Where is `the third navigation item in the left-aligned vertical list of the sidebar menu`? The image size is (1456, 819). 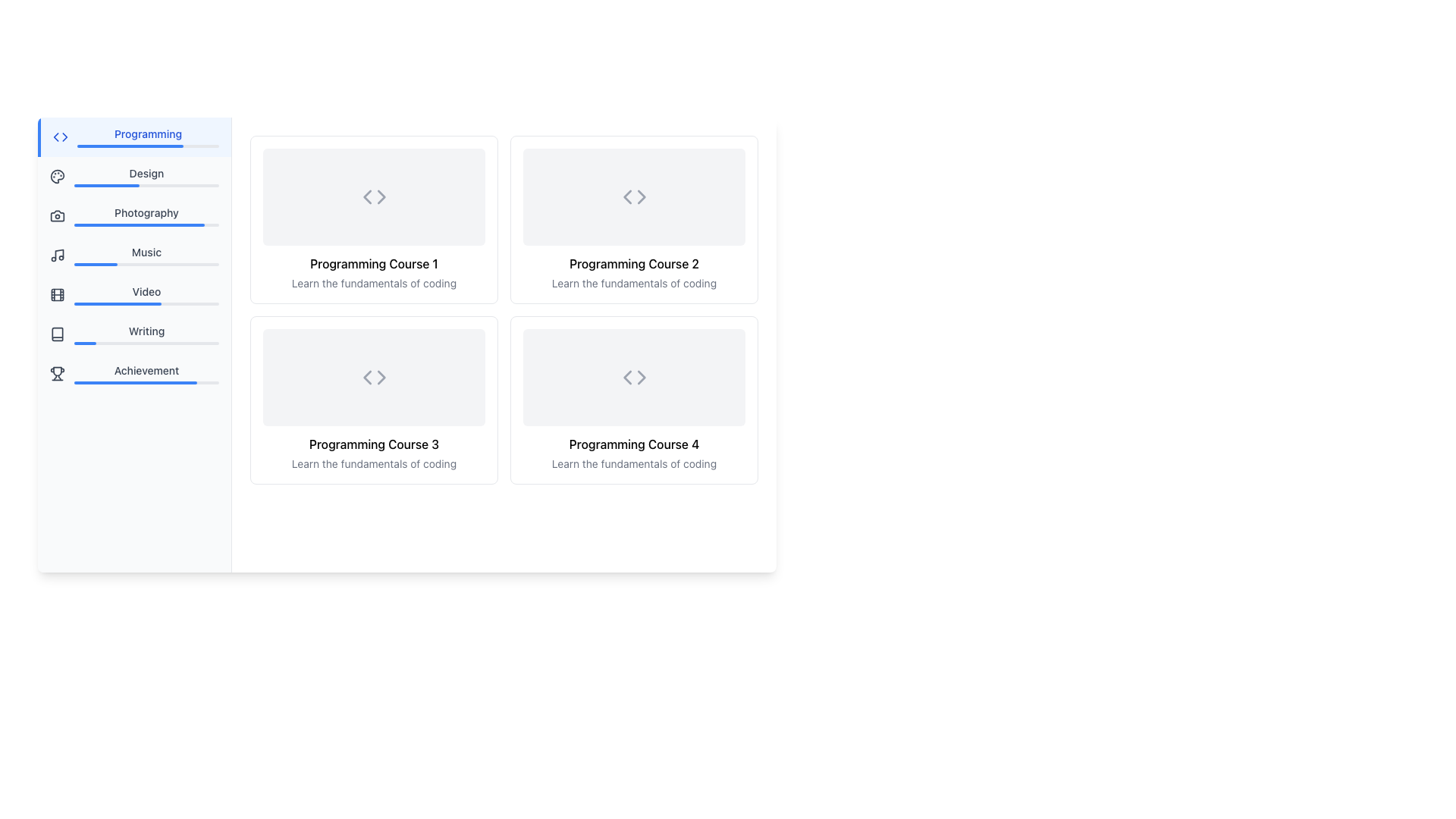
the third navigation item in the left-aligned vertical list of the sidebar menu is located at coordinates (134, 216).